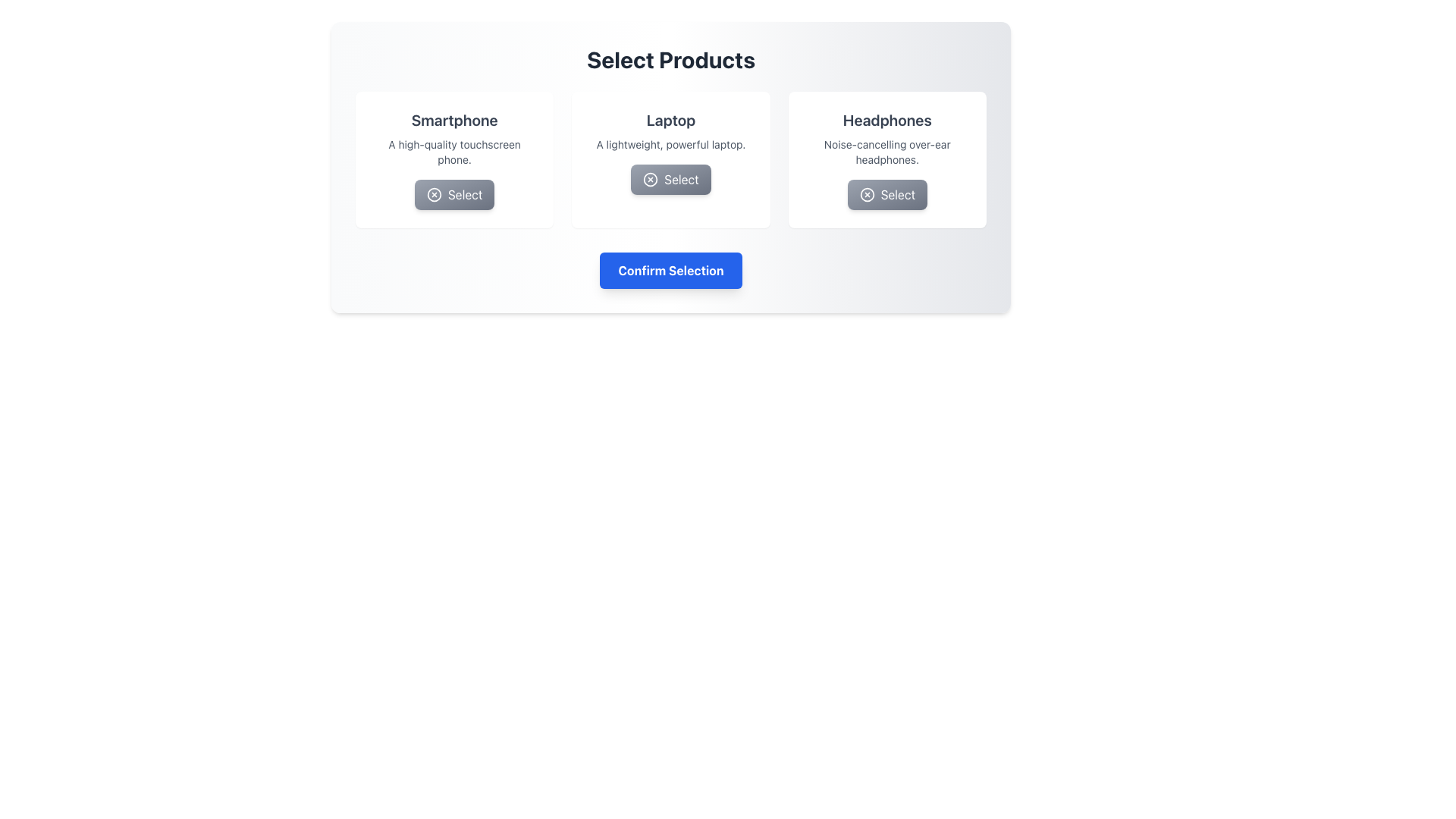  Describe the element at coordinates (670, 145) in the screenshot. I see `the static text element that provides a brief description of the 'Laptop' product, located beneath the product title and above the 'Select' button` at that location.